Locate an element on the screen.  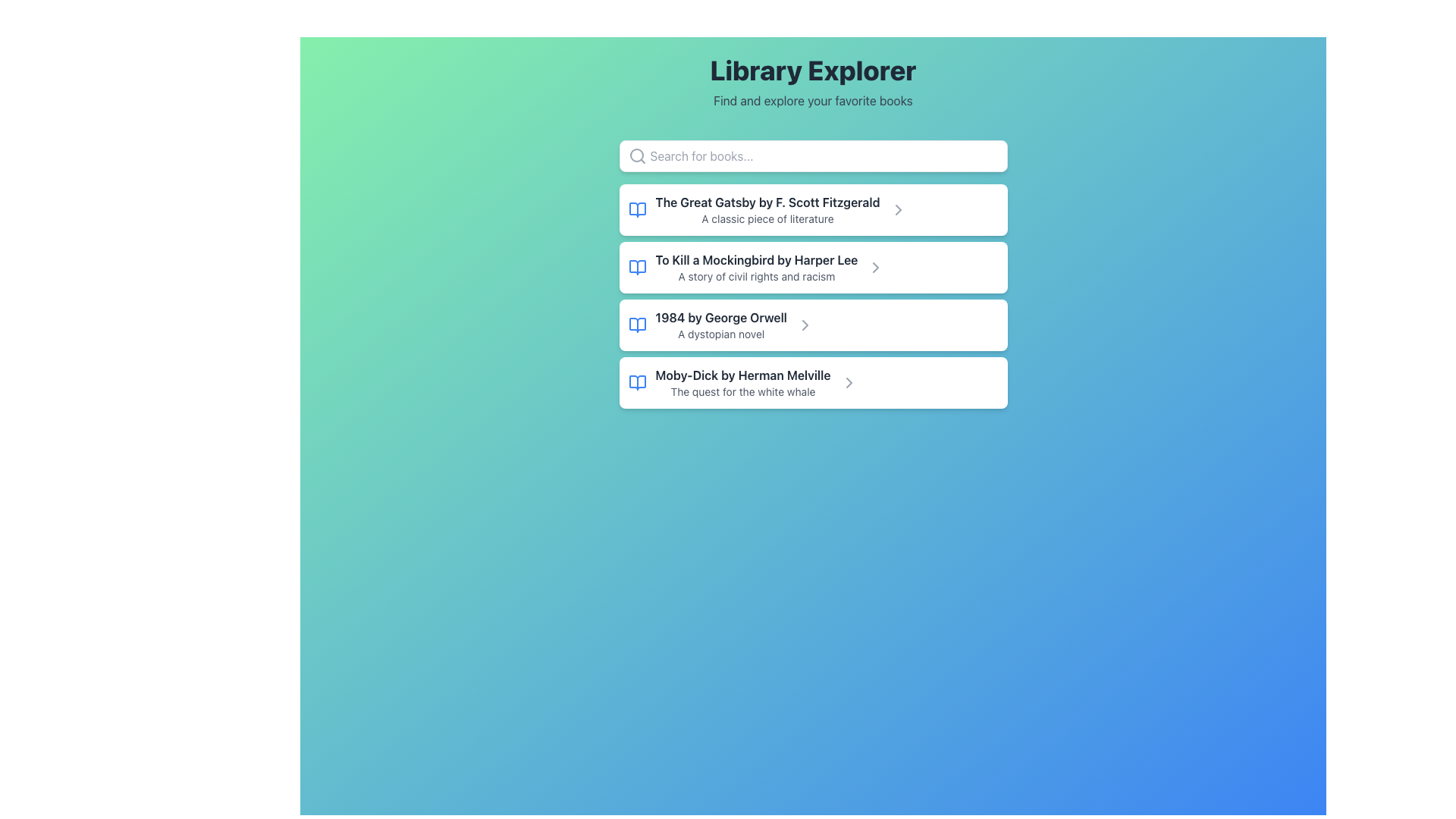
the chevron icon located on the rightmost part of the list item for the book '1984 by George Orwell' is located at coordinates (804, 324).